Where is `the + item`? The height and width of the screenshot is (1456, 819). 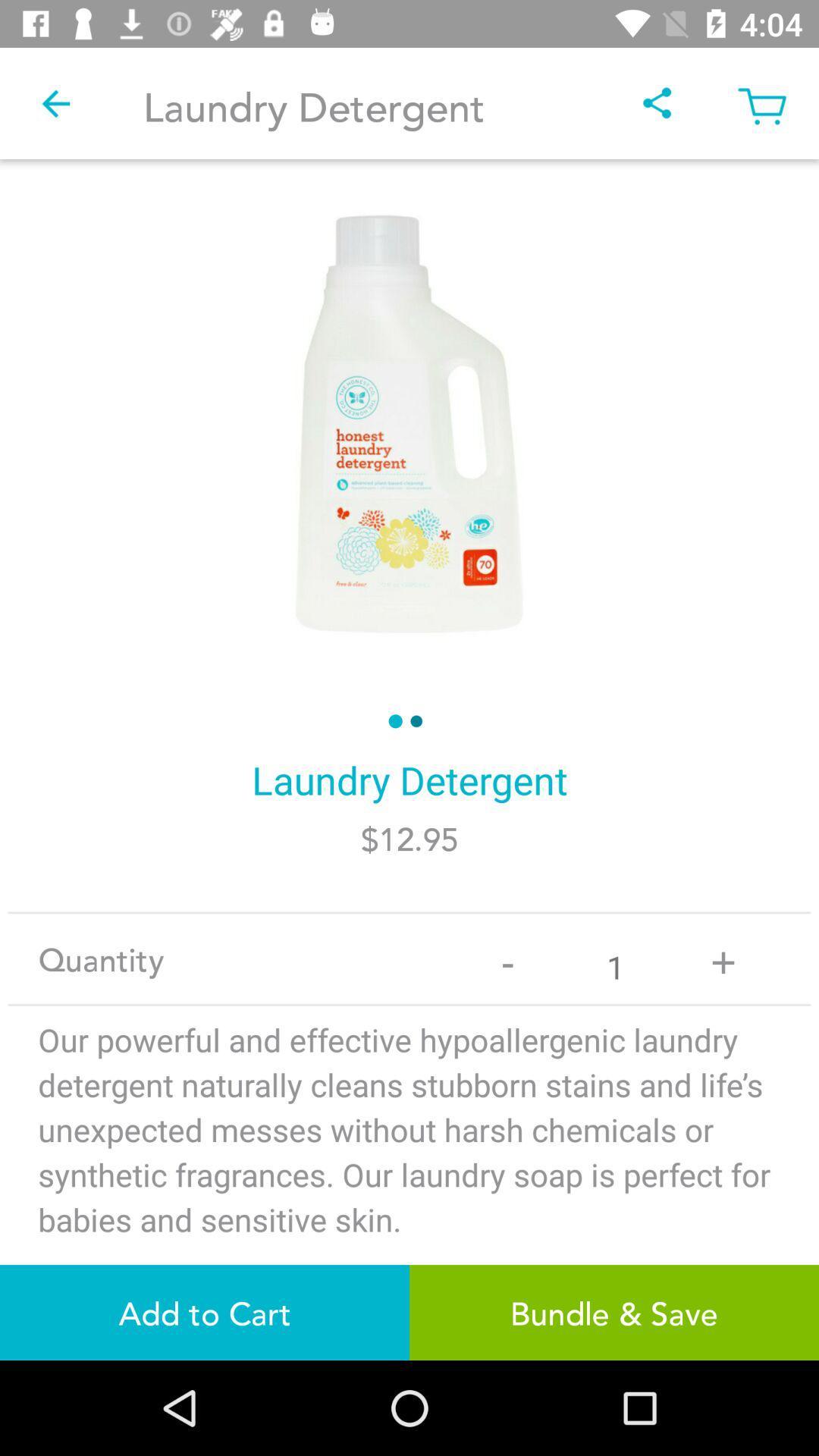
the + item is located at coordinates (722, 958).